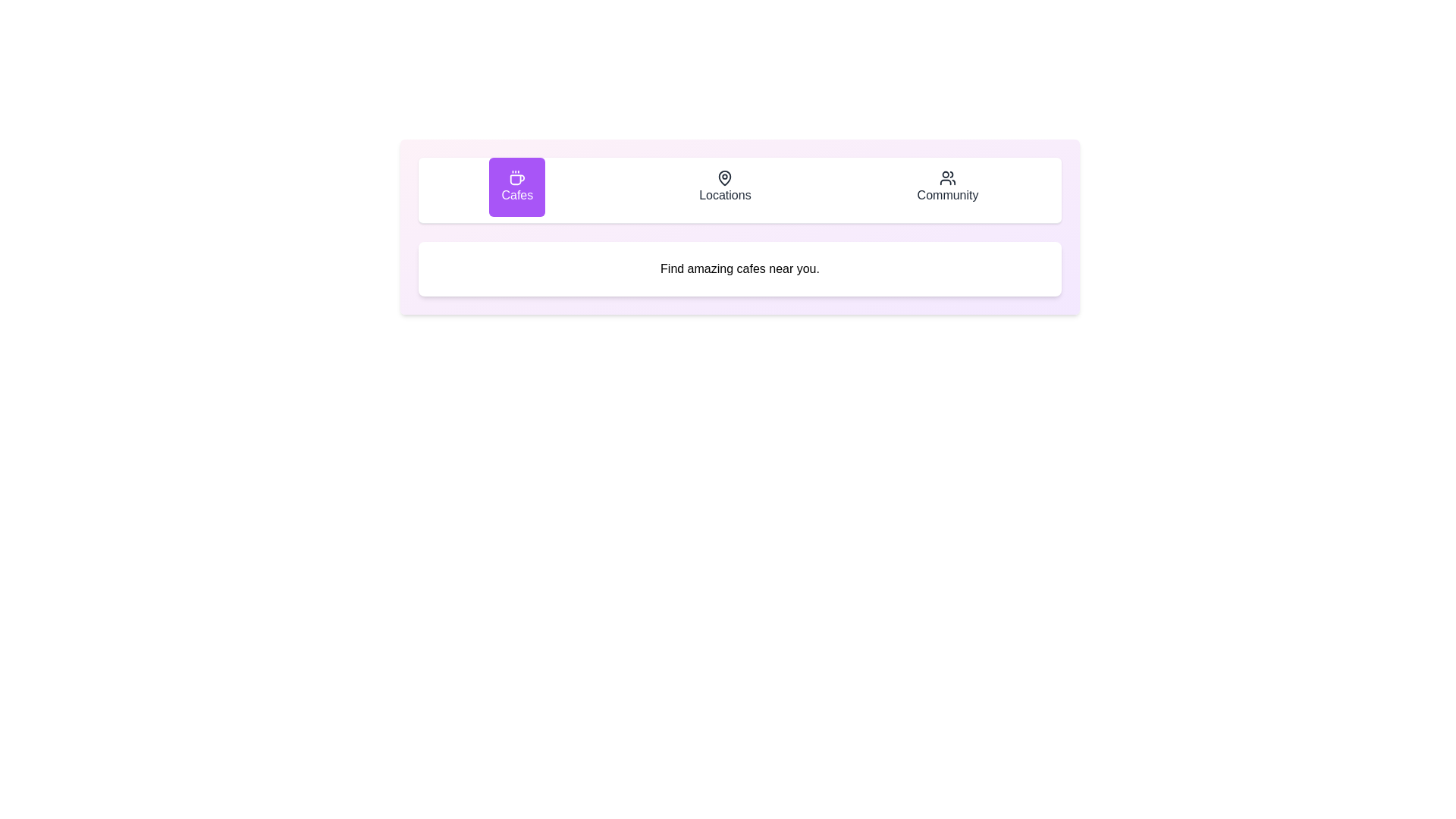  I want to click on the 'Community' icon located at the top-right section of the menu bar for navigation, so click(946, 177).